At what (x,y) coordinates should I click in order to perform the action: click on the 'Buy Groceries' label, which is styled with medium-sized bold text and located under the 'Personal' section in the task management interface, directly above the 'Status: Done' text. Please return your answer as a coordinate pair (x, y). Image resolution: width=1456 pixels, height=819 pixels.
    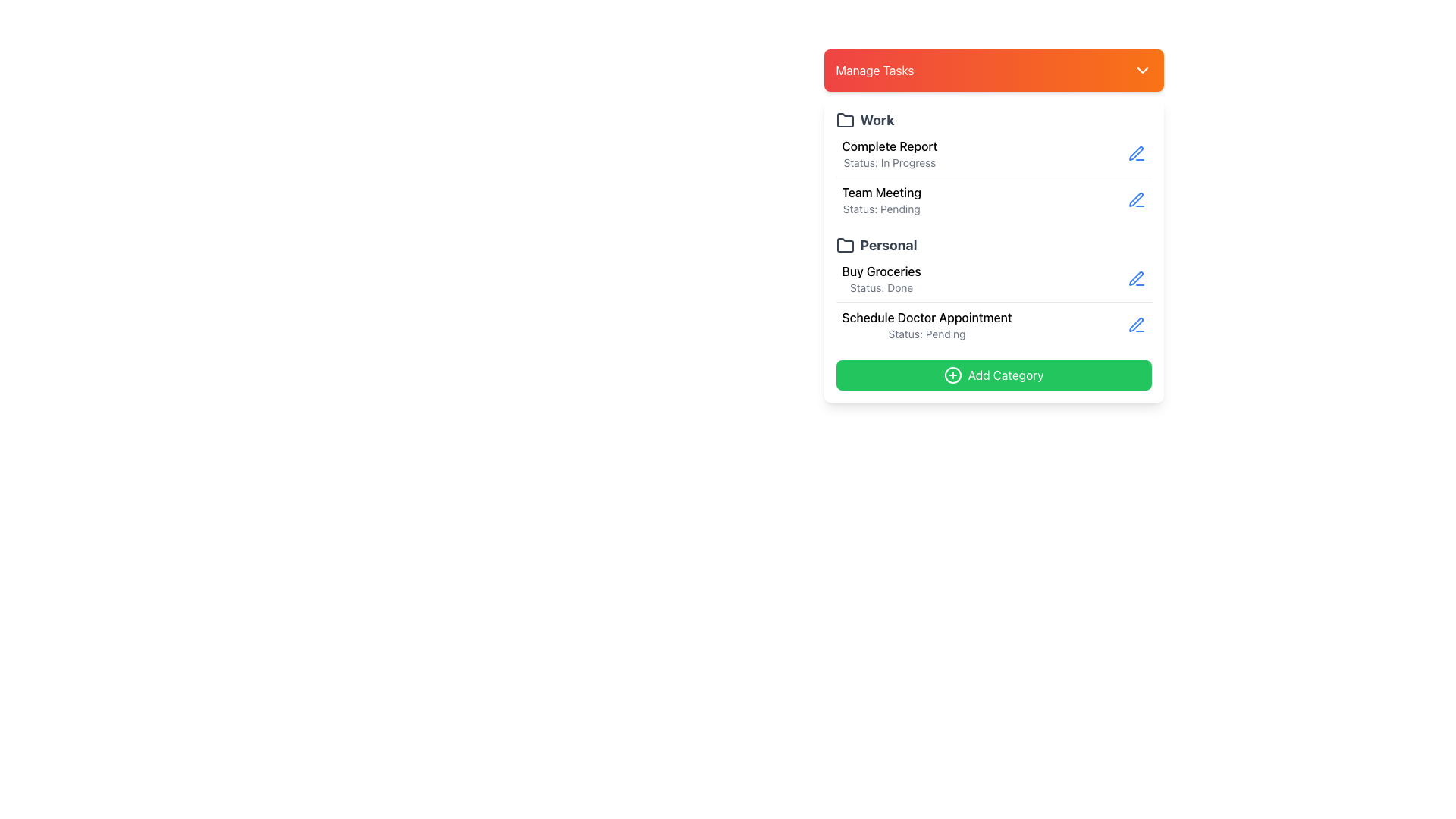
    Looking at the image, I should click on (881, 271).